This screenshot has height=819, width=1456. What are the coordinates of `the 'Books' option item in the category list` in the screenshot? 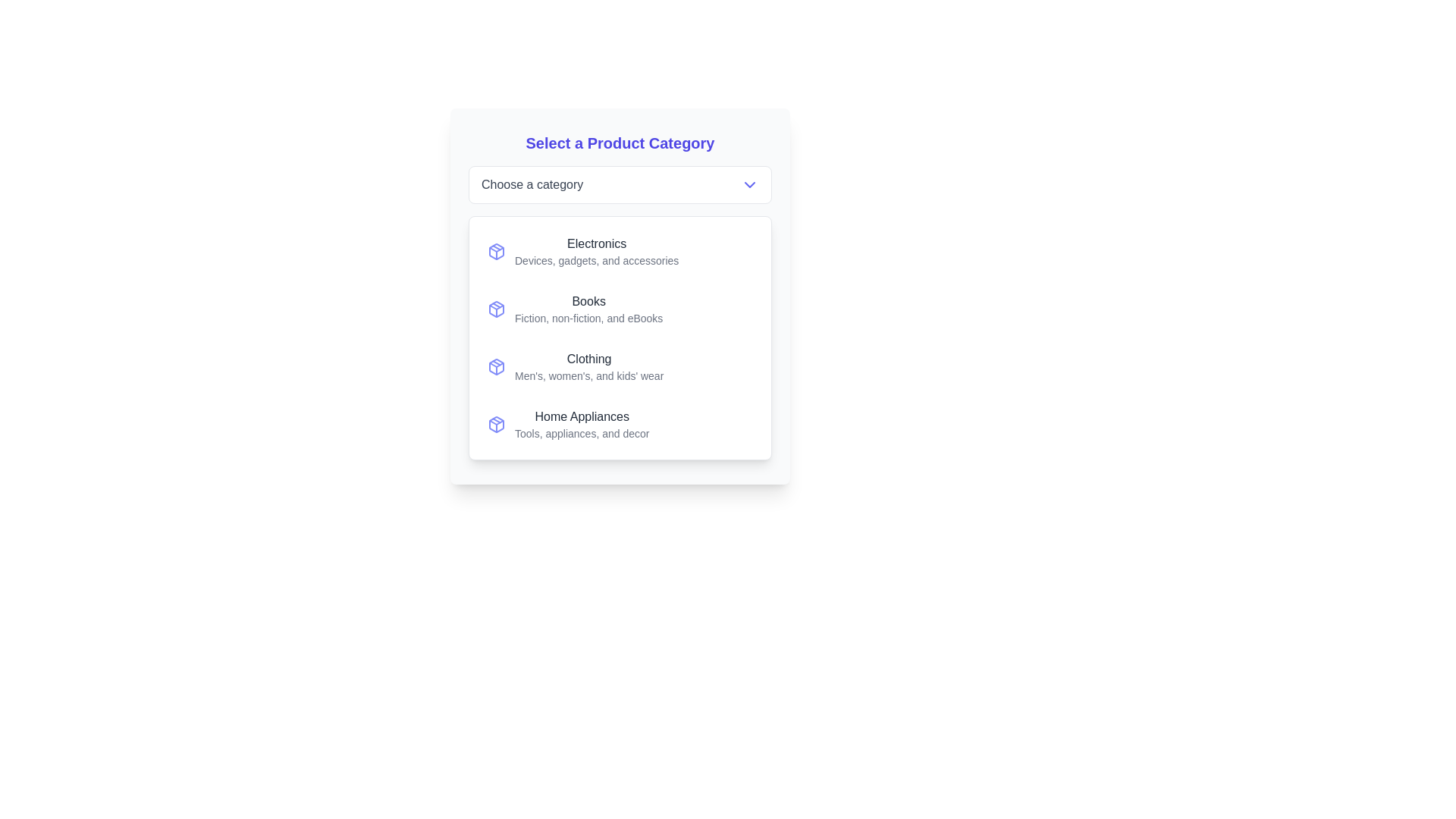 It's located at (620, 309).